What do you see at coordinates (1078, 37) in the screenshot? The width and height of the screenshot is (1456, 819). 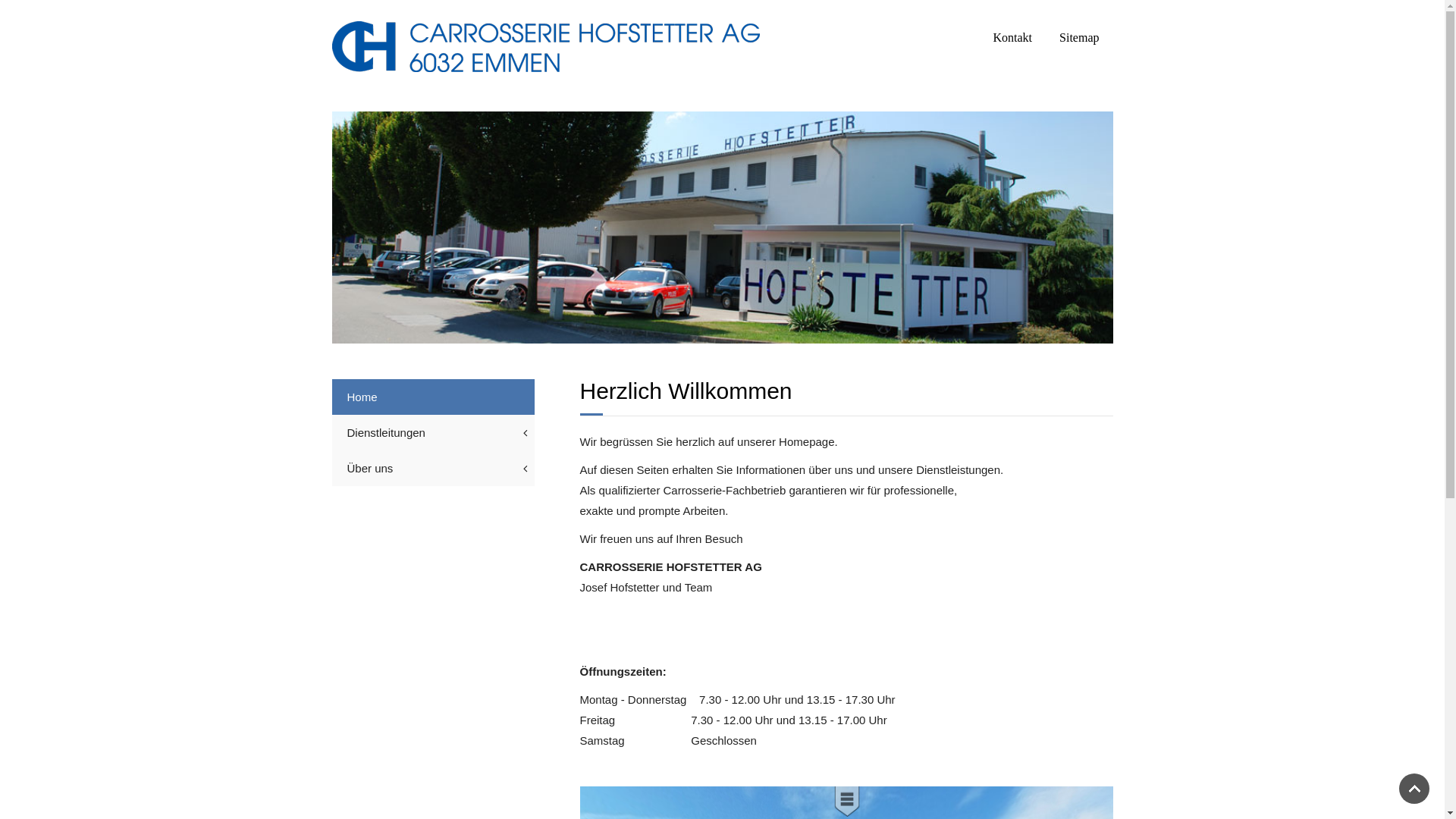 I see `'Sitemap'` at bounding box center [1078, 37].